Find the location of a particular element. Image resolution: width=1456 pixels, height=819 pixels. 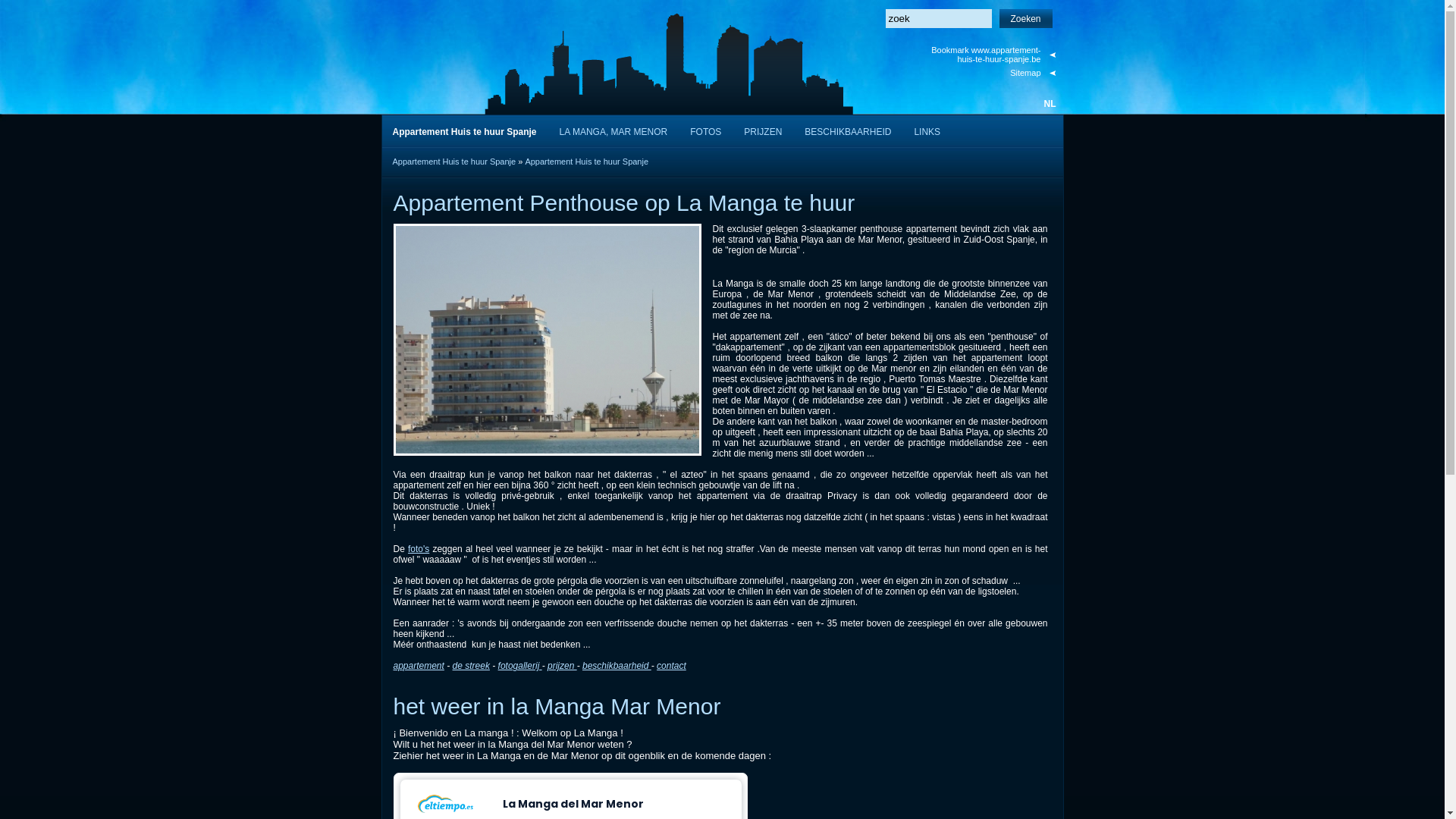

'NL' is located at coordinates (1048, 103).